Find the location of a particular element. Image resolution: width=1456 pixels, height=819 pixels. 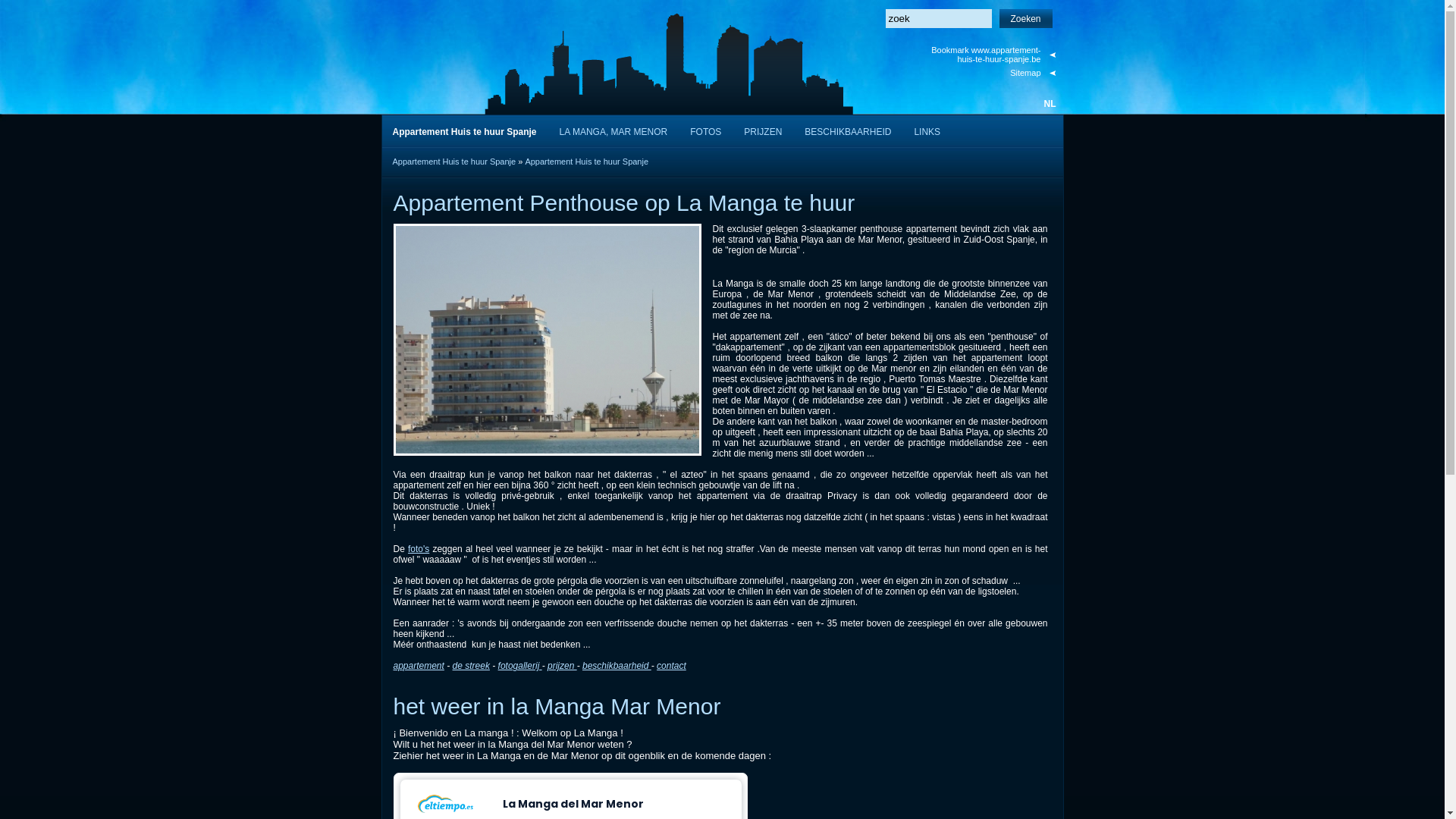

'NL' is located at coordinates (1048, 103).